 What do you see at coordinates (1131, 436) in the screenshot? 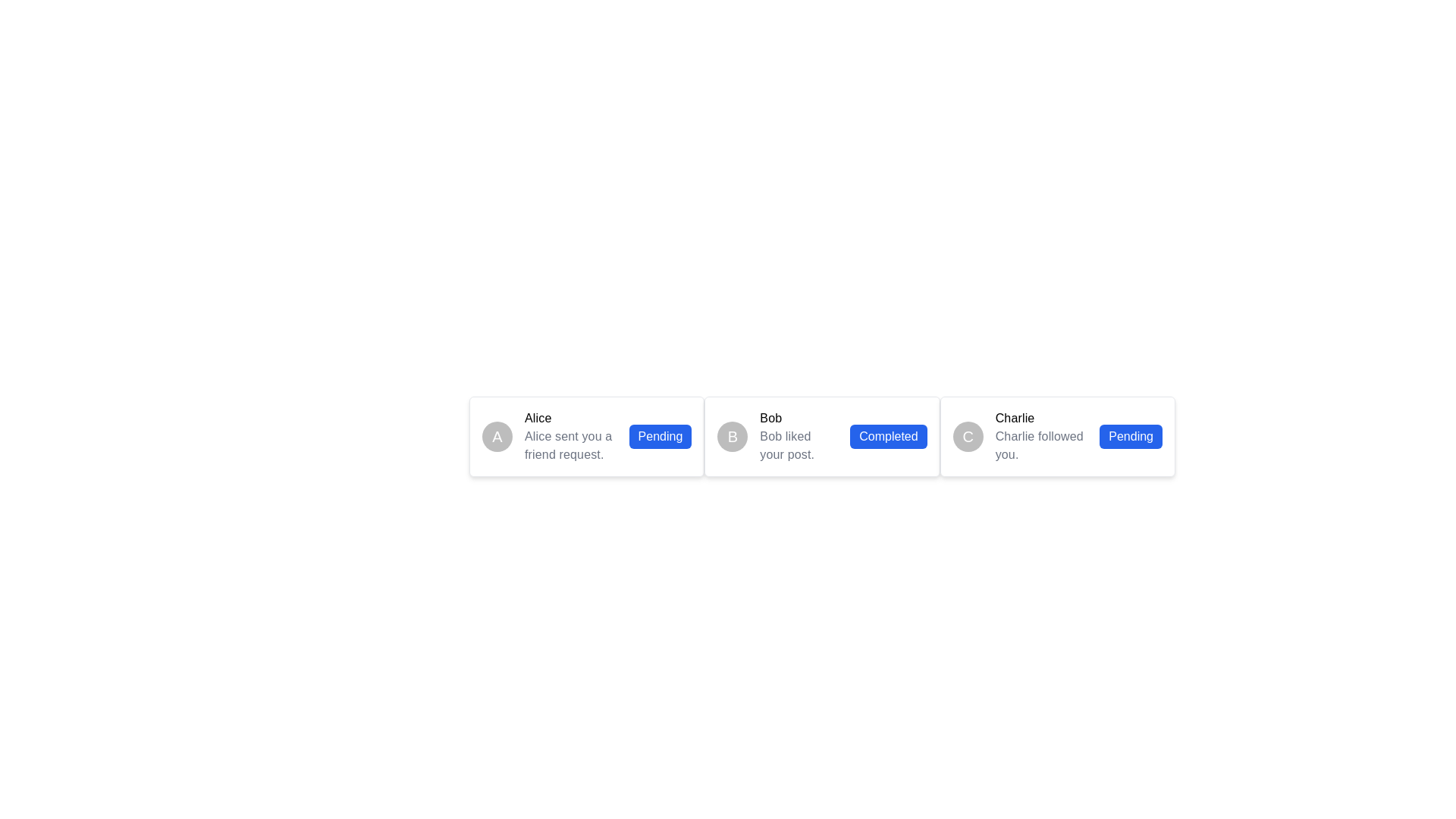
I see `the 'Pending' button, which is a rectangular button with rounded corners, vibrant blue background, and white text, located in the rightmost card adjacent` at bounding box center [1131, 436].